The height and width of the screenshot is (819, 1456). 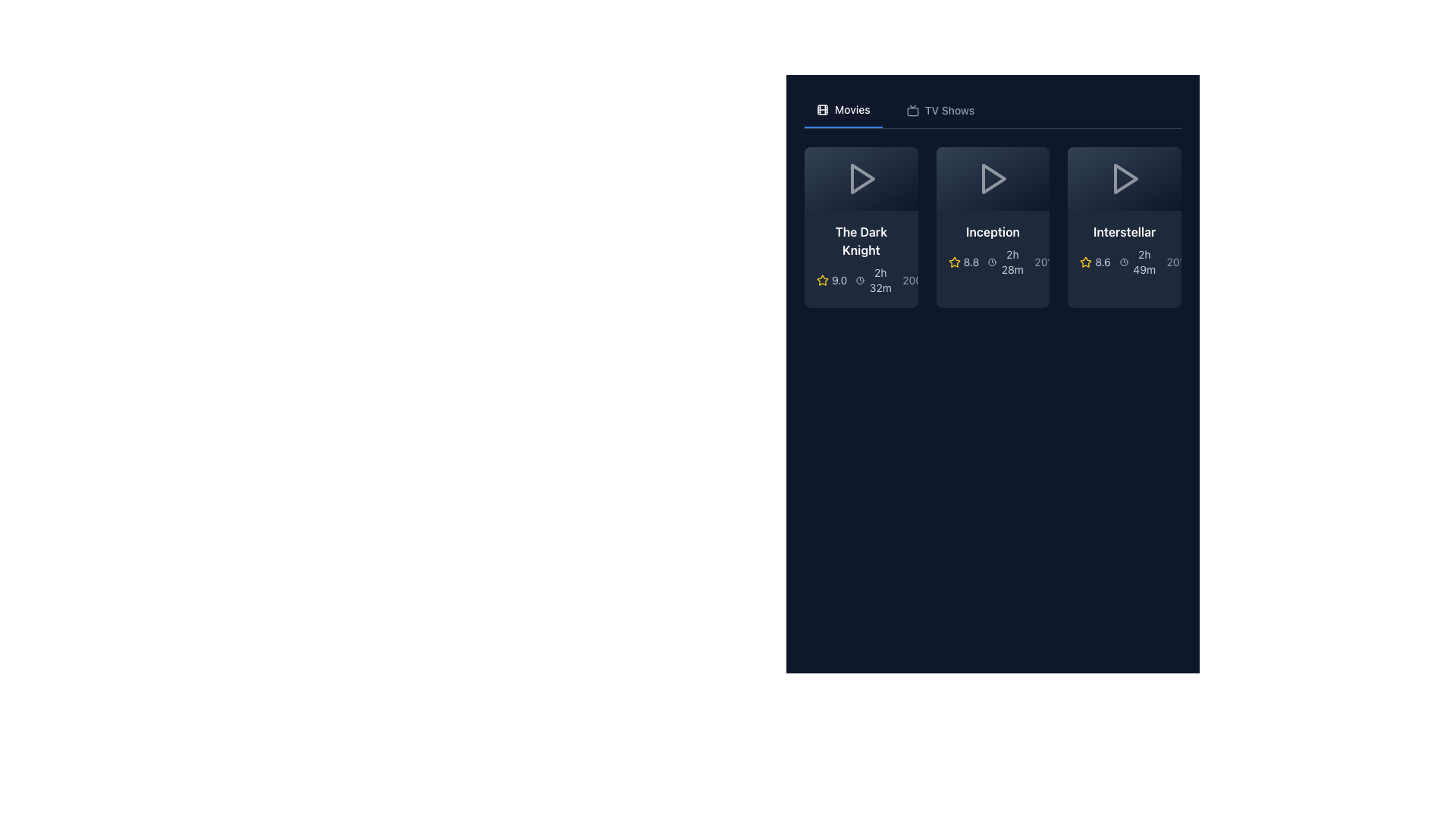 I want to click on the star-shaped icon with a yellow border that serves as a rating indicator for the movie 'Inception', located next to the numeric rating '8.8', so click(x=953, y=262).